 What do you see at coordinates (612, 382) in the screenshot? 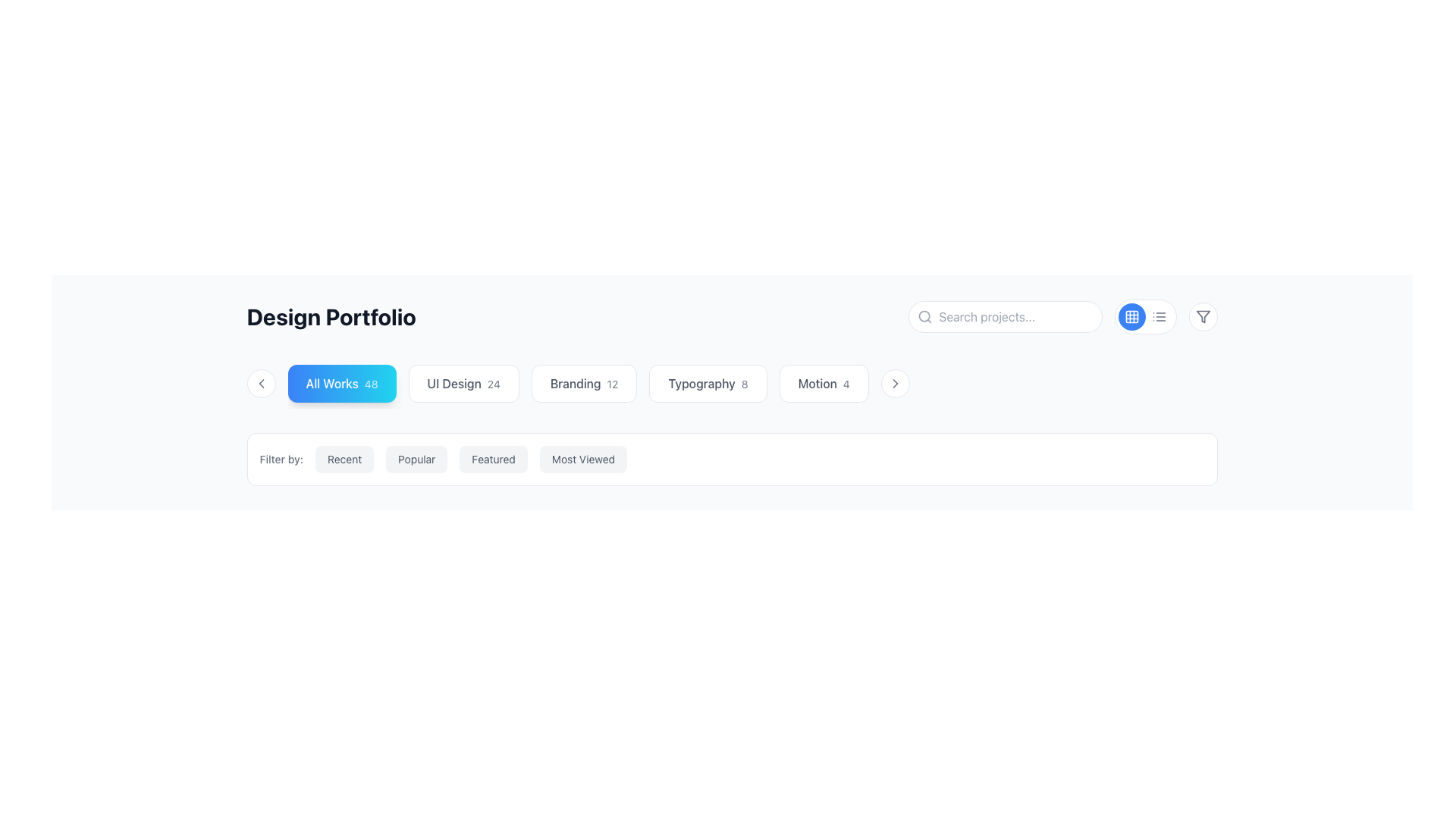
I see `the text label that represents a count or secondary information related to the 'Branding' category, located to the right of the 'Branding' button-like component` at bounding box center [612, 382].